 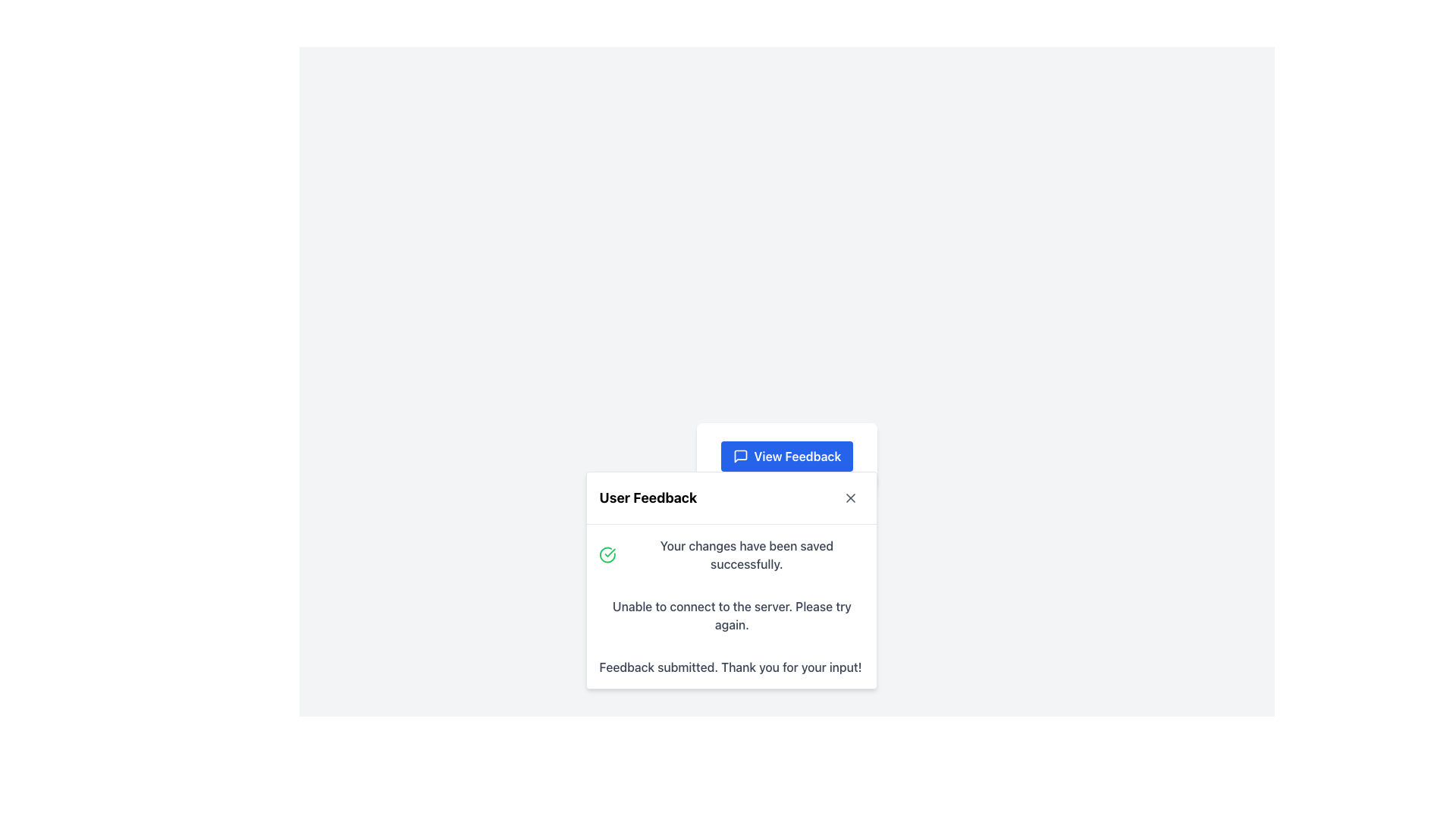 What do you see at coordinates (746, 555) in the screenshot?
I see `confirmation message displayed in the Text Label located in the 'User Feedback' dialog box, which indicates that changes have been successfully saved` at bounding box center [746, 555].